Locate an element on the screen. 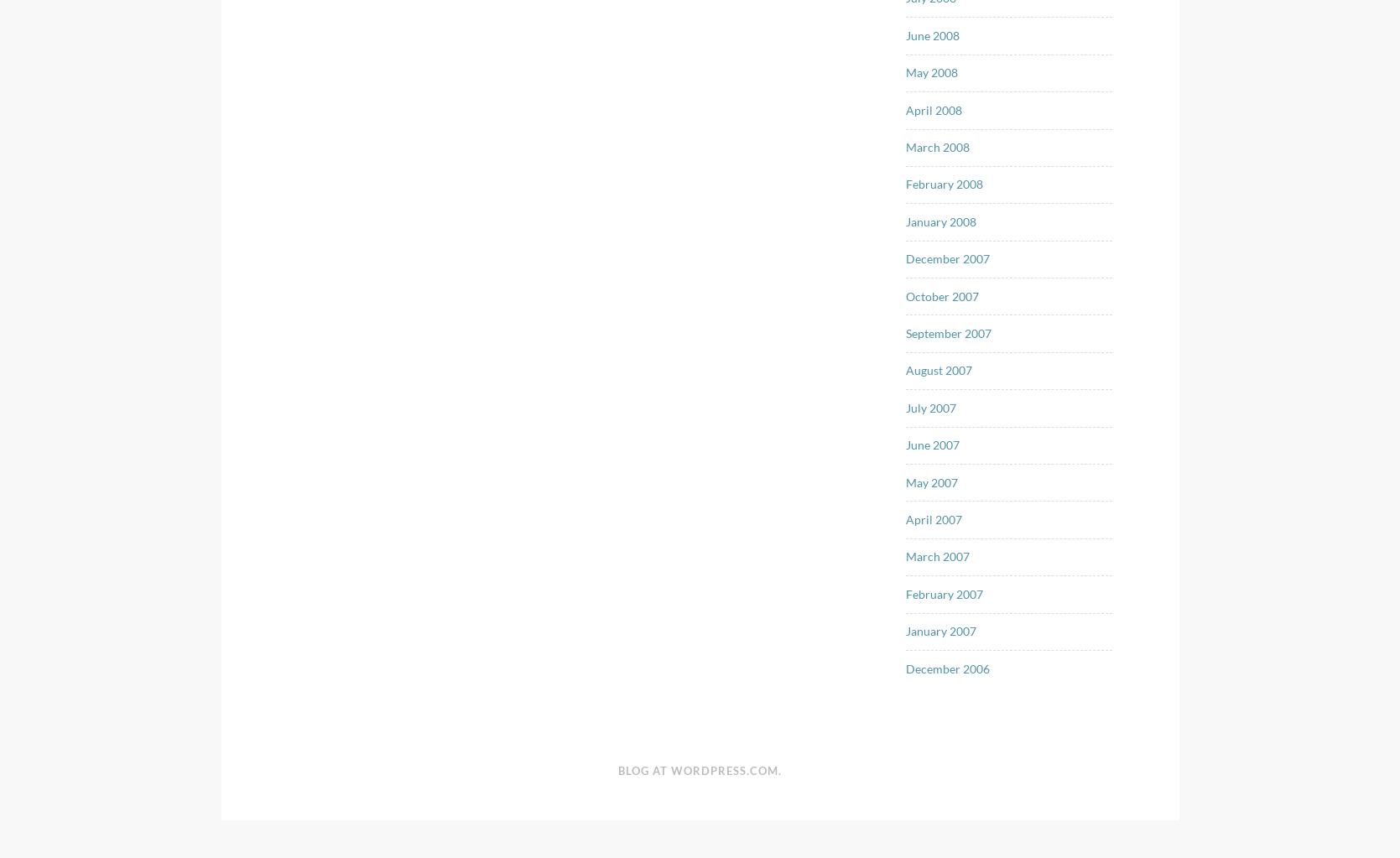 This screenshot has height=858, width=1400. 'October 2007' is located at coordinates (942, 295).